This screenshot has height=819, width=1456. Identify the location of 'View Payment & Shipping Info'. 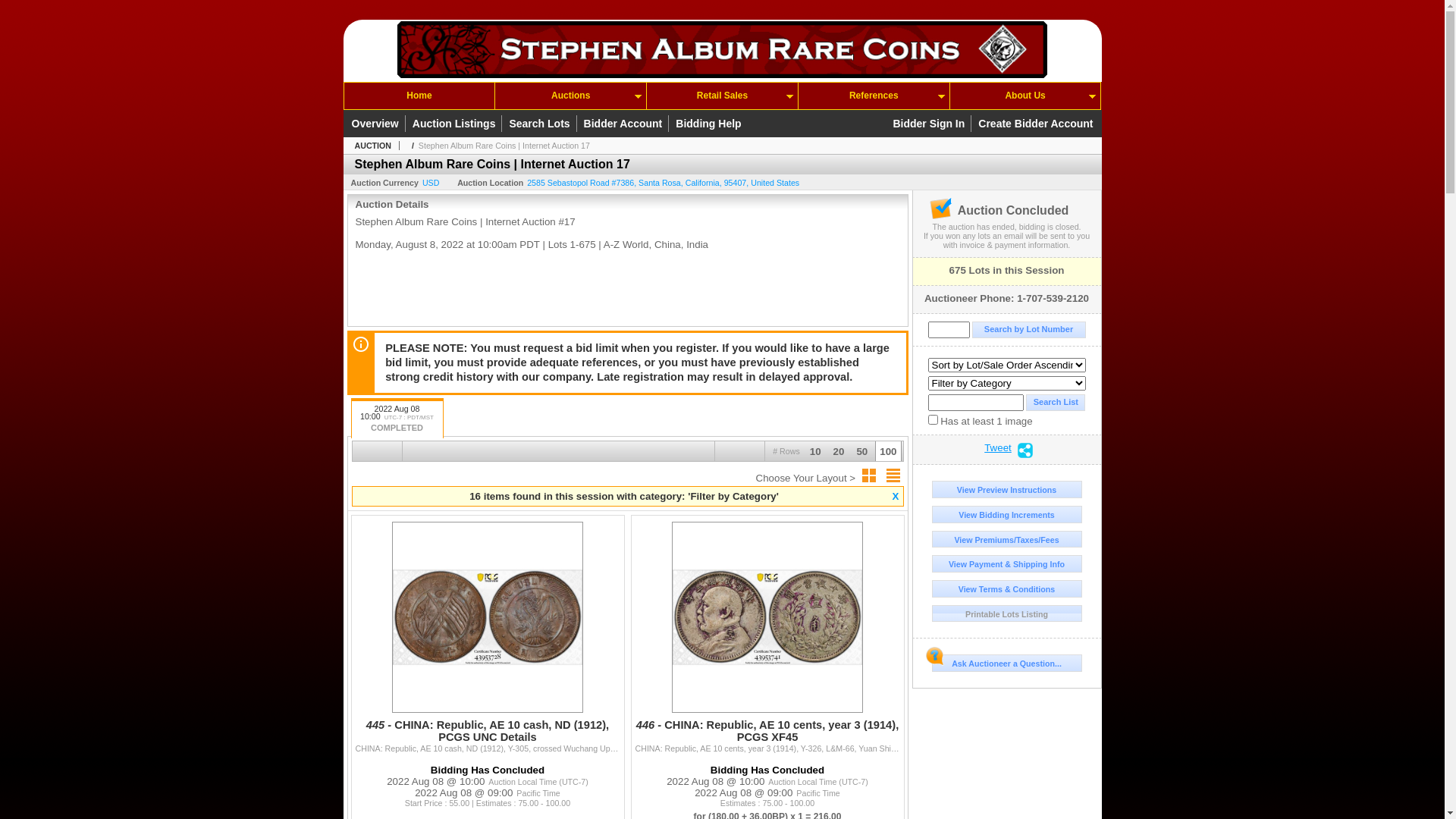
(1006, 563).